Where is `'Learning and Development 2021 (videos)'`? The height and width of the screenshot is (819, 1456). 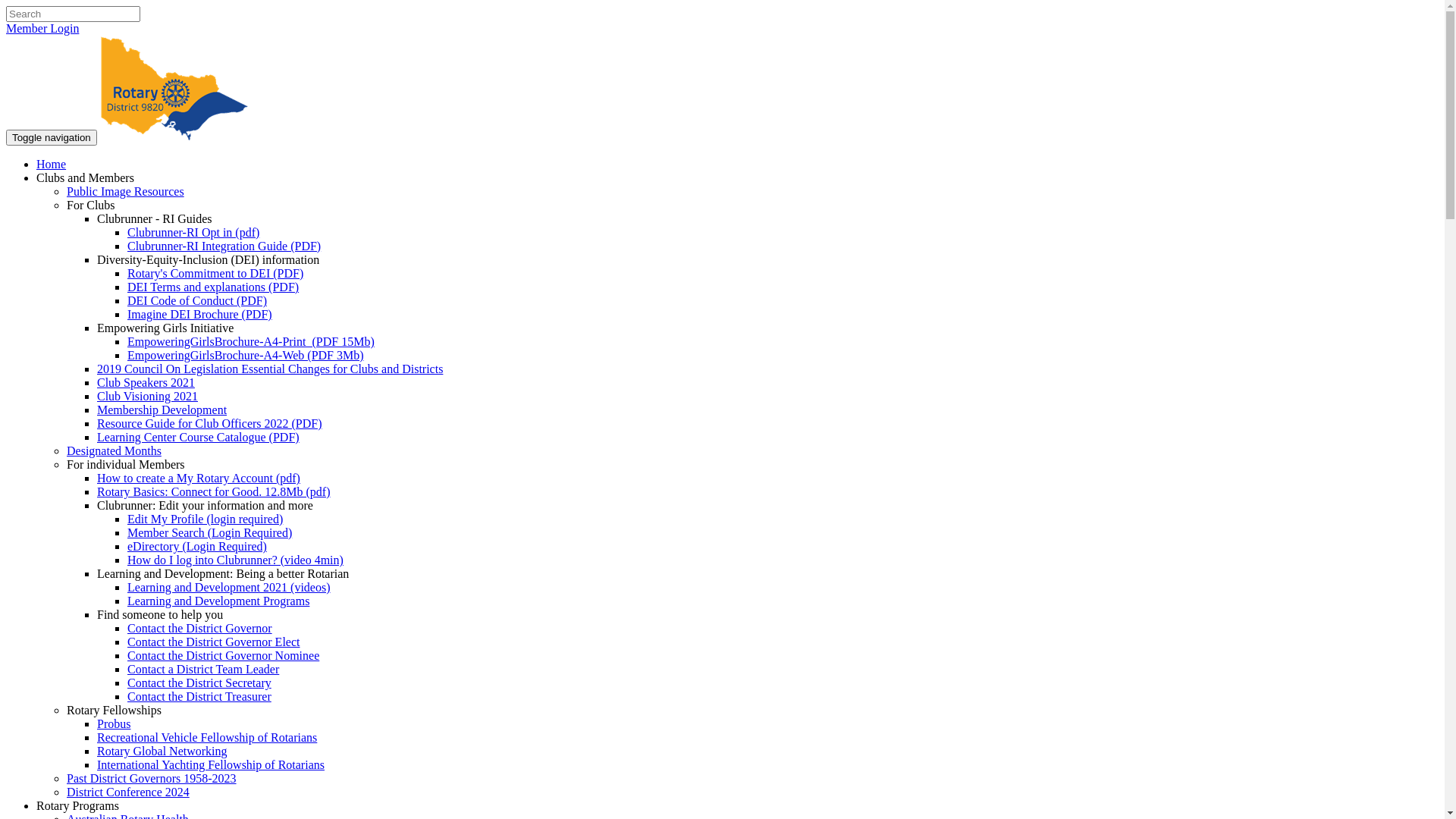 'Learning and Development 2021 (videos)' is located at coordinates (227, 586).